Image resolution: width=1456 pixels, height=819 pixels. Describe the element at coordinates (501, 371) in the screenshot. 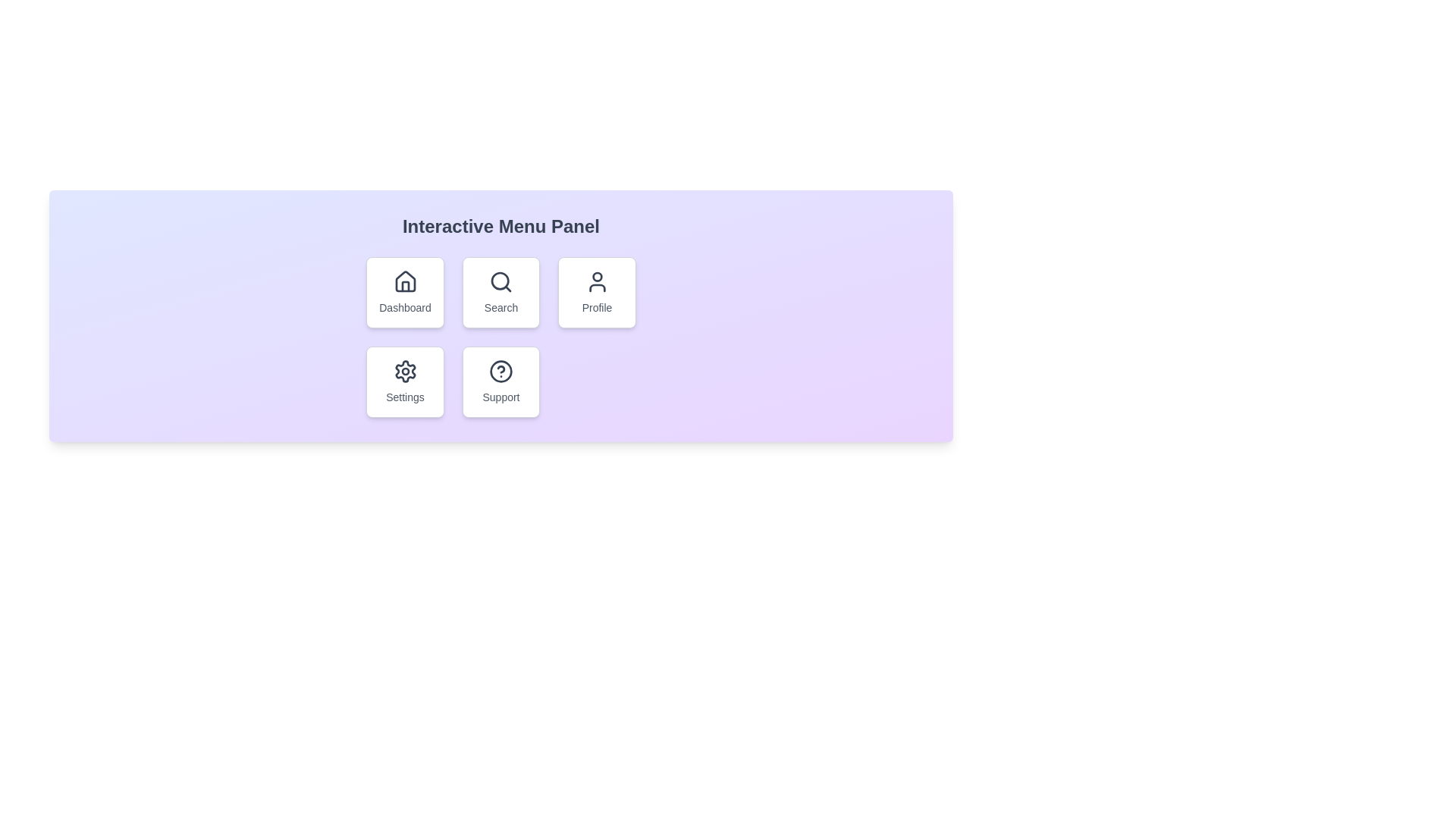

I see `the circular decorative graphical element that is centrally located within the 'Support' icon, positioned in the second row and second column of the grid layout` at that location.